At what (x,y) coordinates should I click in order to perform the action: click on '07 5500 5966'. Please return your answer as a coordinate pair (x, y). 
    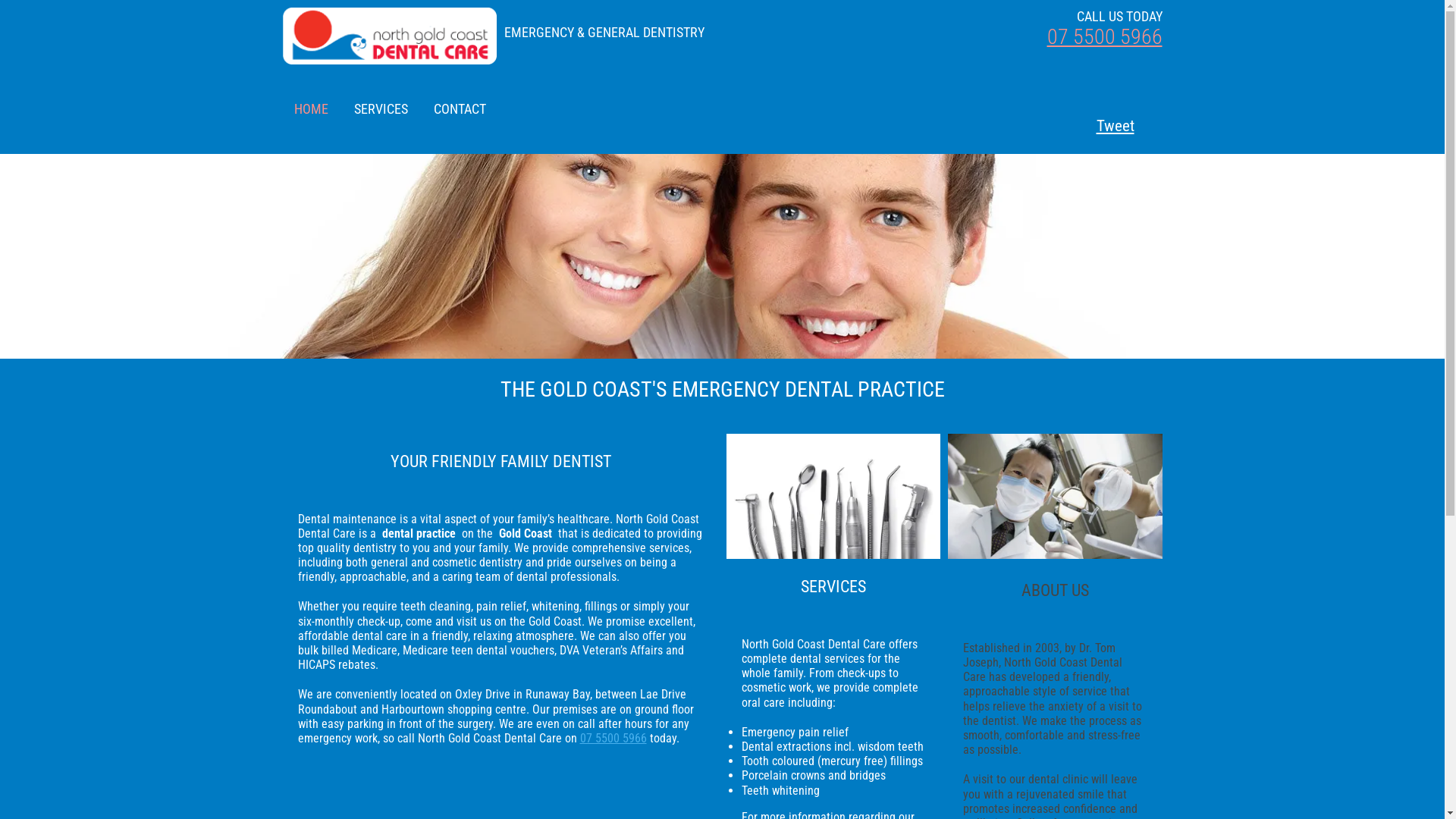
    Looking at the image, I should click on (1103, 36).